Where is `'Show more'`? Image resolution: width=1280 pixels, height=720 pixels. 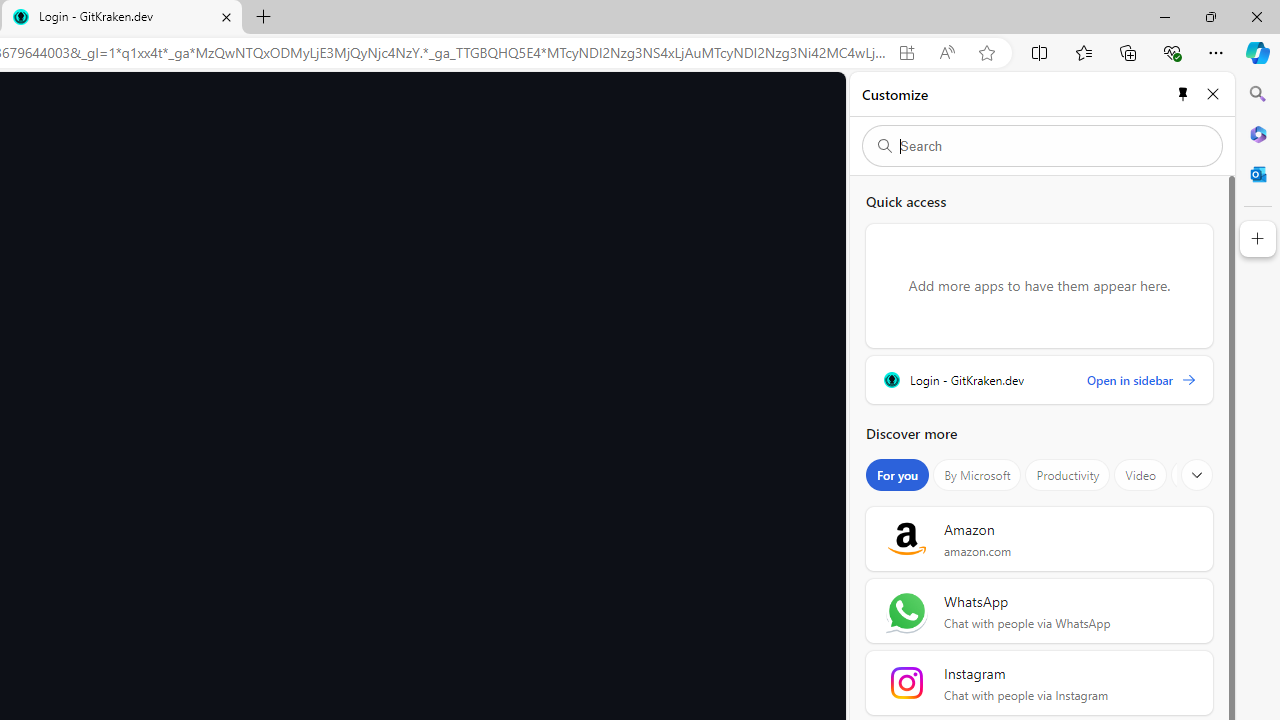 'Show more' is located at coordinates (1197, 475).